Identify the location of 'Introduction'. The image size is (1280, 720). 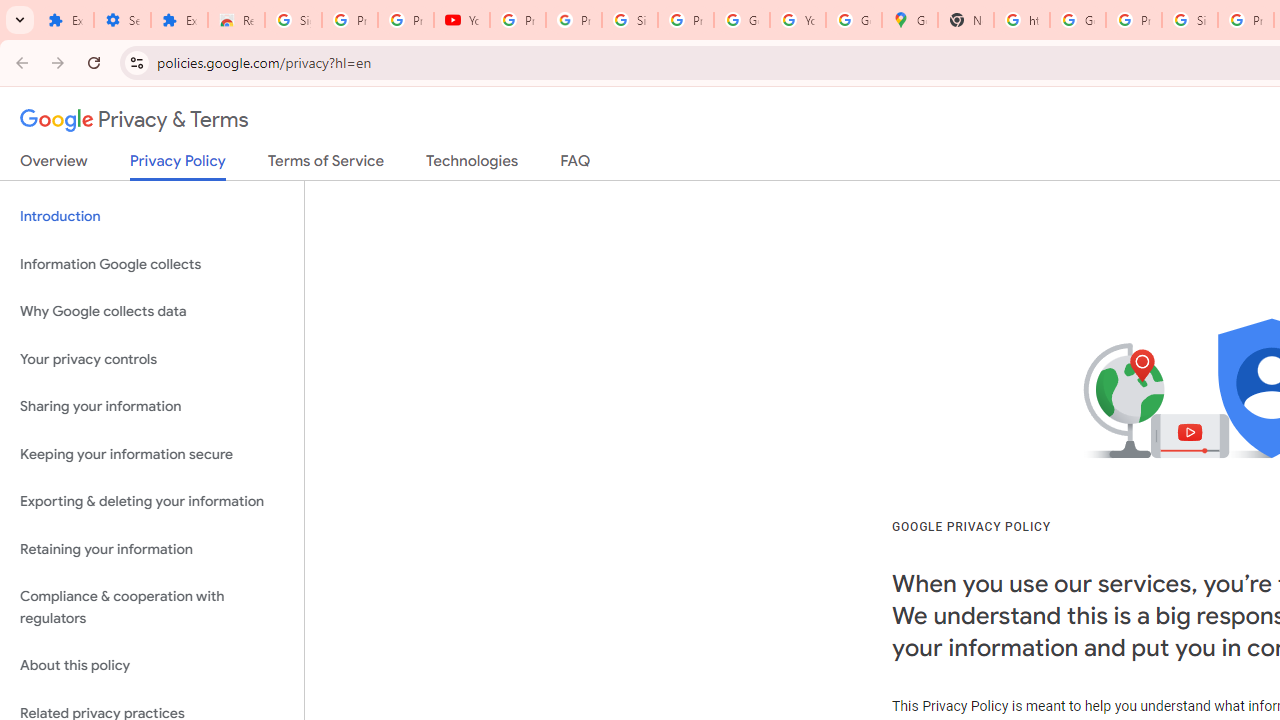
(151, 217).